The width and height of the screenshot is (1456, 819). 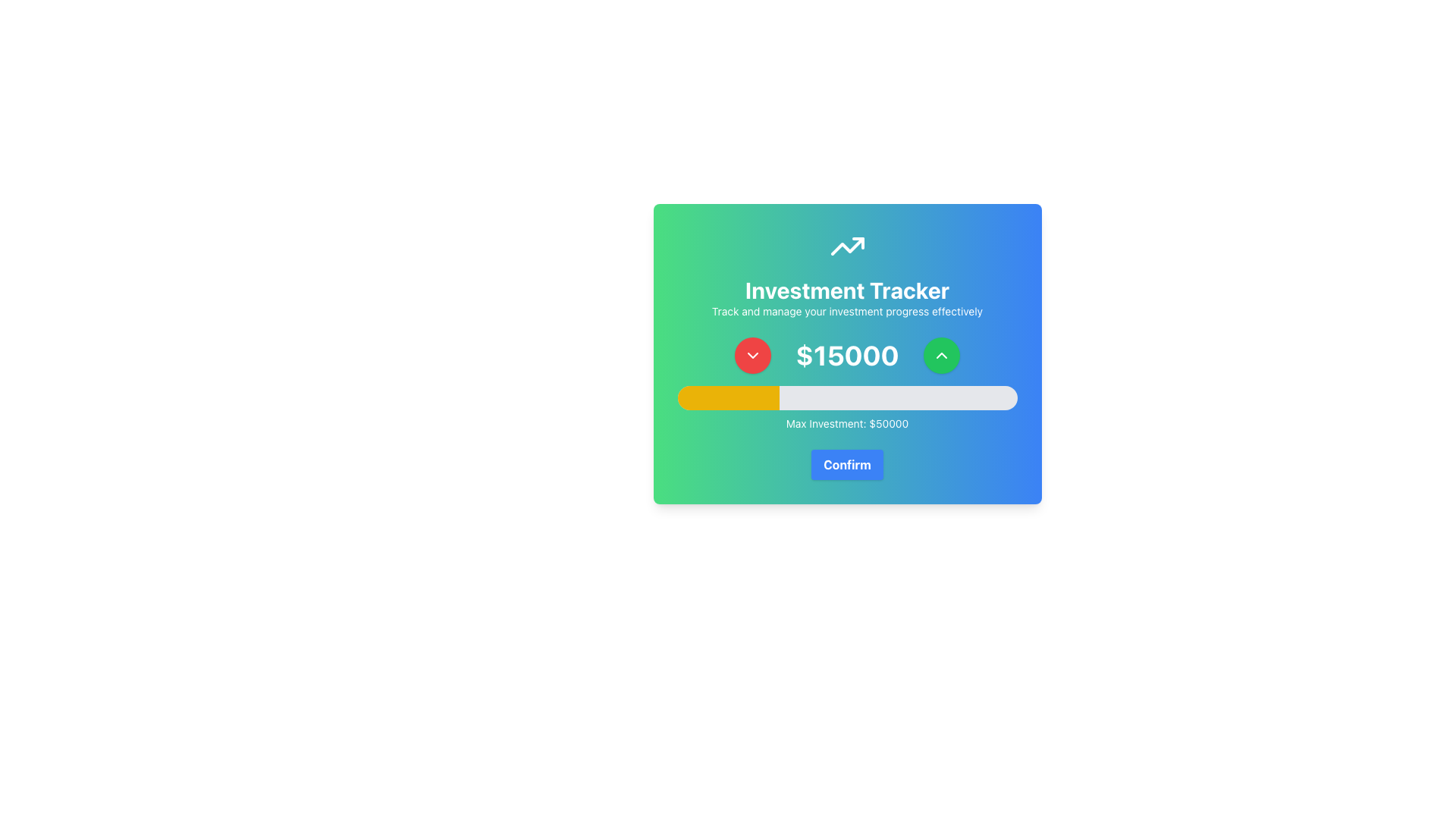 What do you see at coordinates (789, 397) in the screenshot?
I see `progress` at bounding box center [789, 397].